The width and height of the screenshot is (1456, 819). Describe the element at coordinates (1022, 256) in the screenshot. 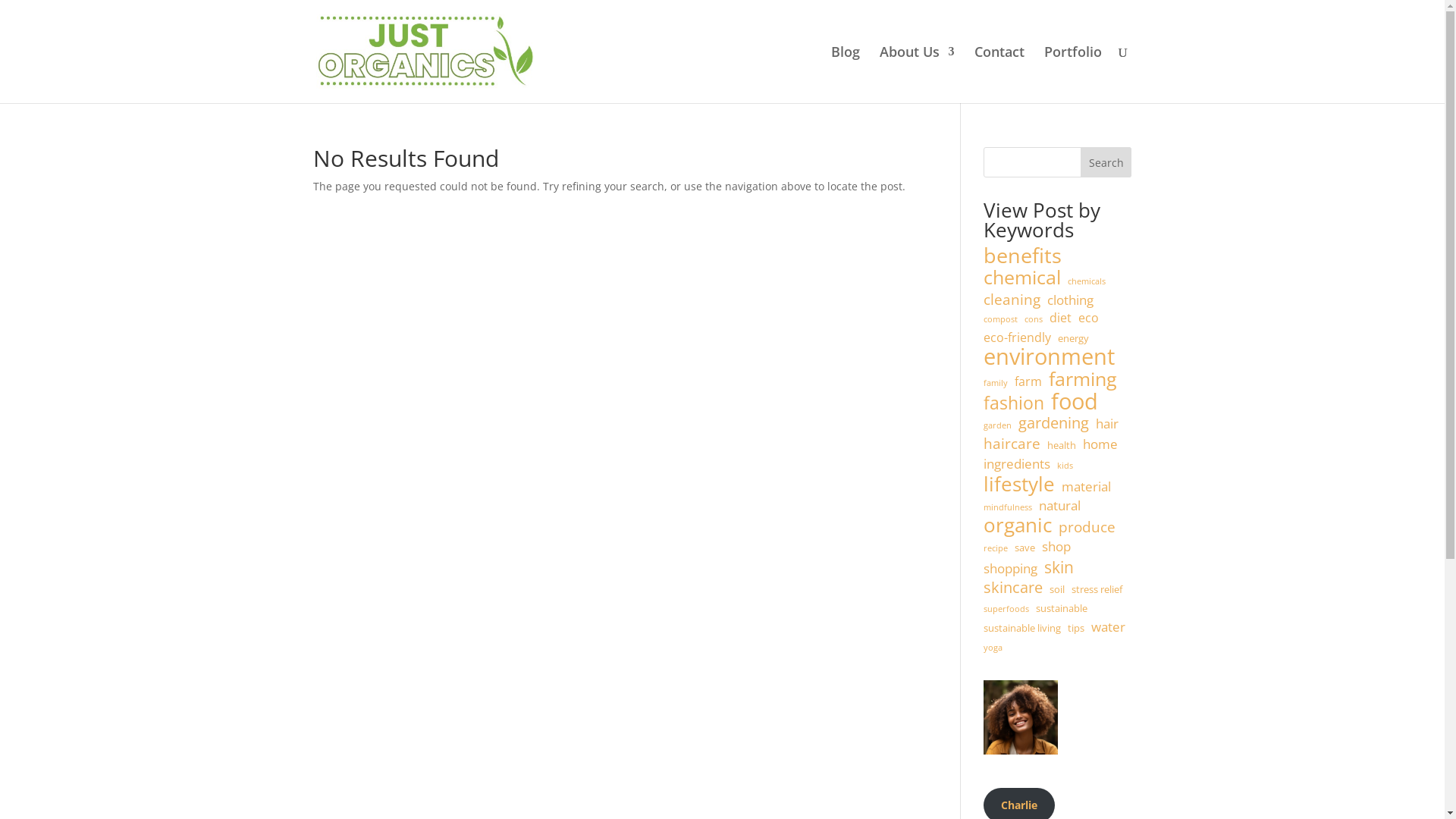

I see `'benefits'` at that location.